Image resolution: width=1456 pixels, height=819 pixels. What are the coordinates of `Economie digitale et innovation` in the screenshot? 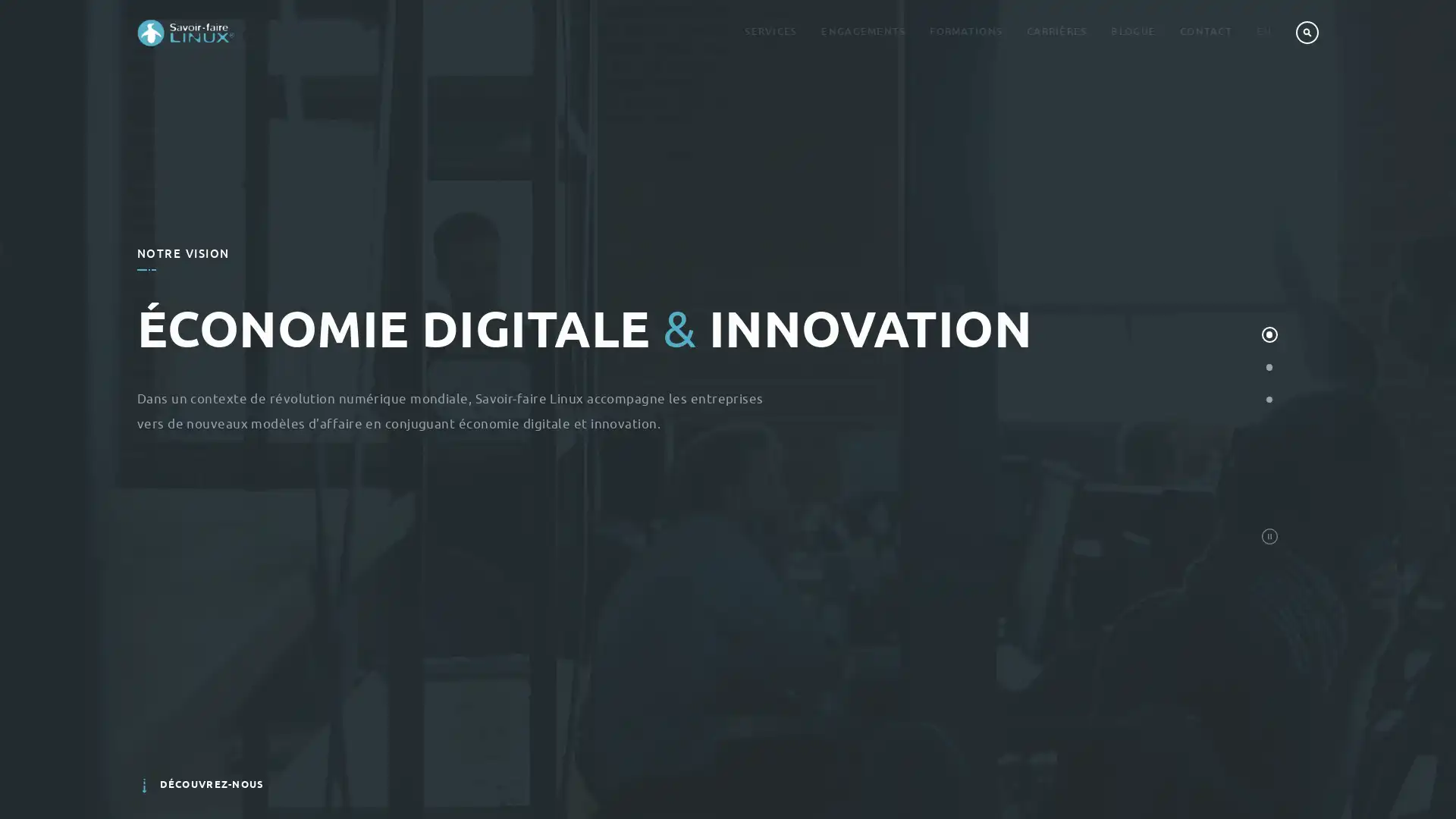 It's located at (1269, 334).